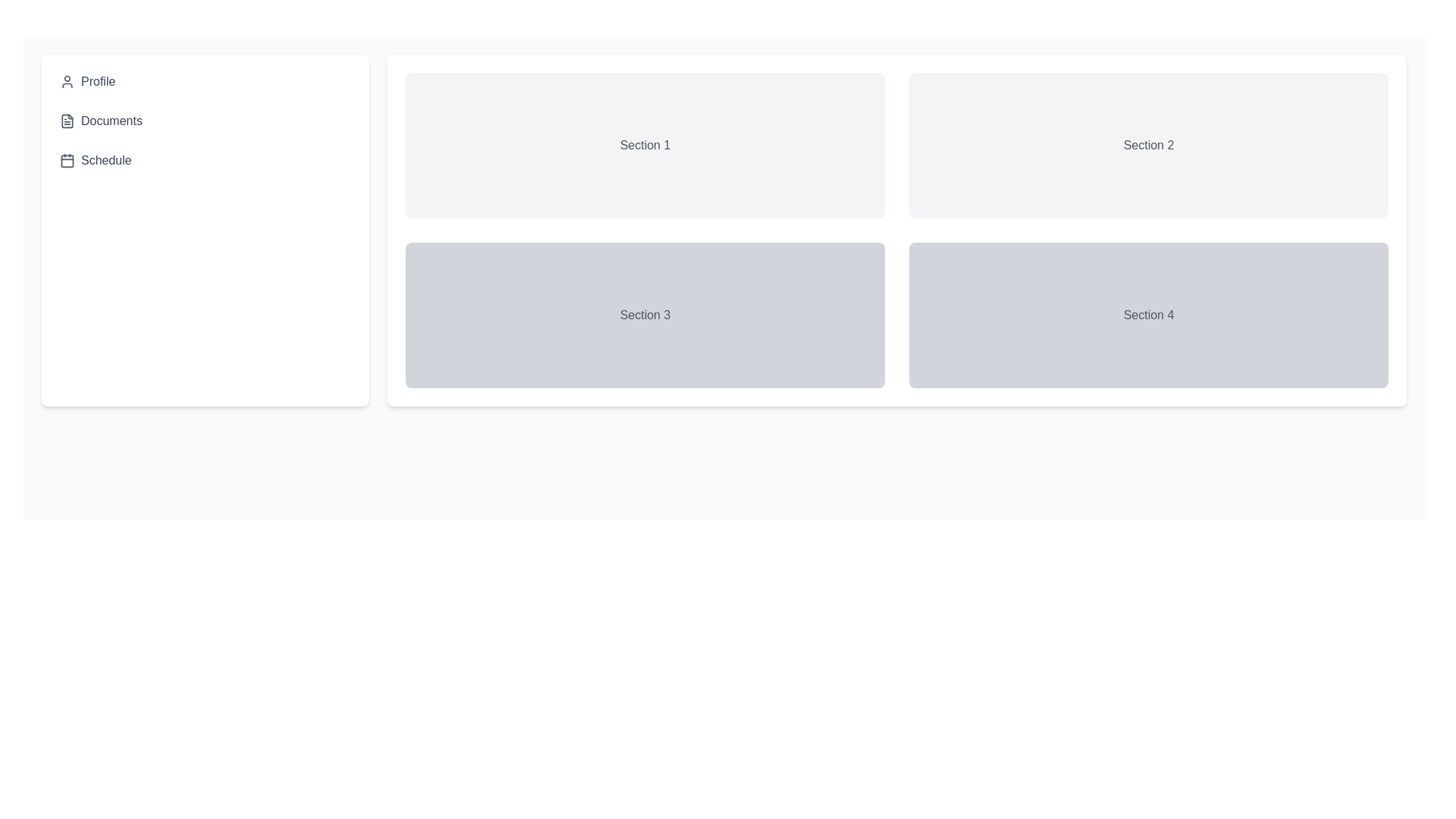 This screenshot has width=1456, height=819. What do you see at coordinates (204, 120) in the screenshot?
I see `the 'Documents' menu item, which is the second item in the left sidebar, to change its background color` at bounding box center [204, 120].